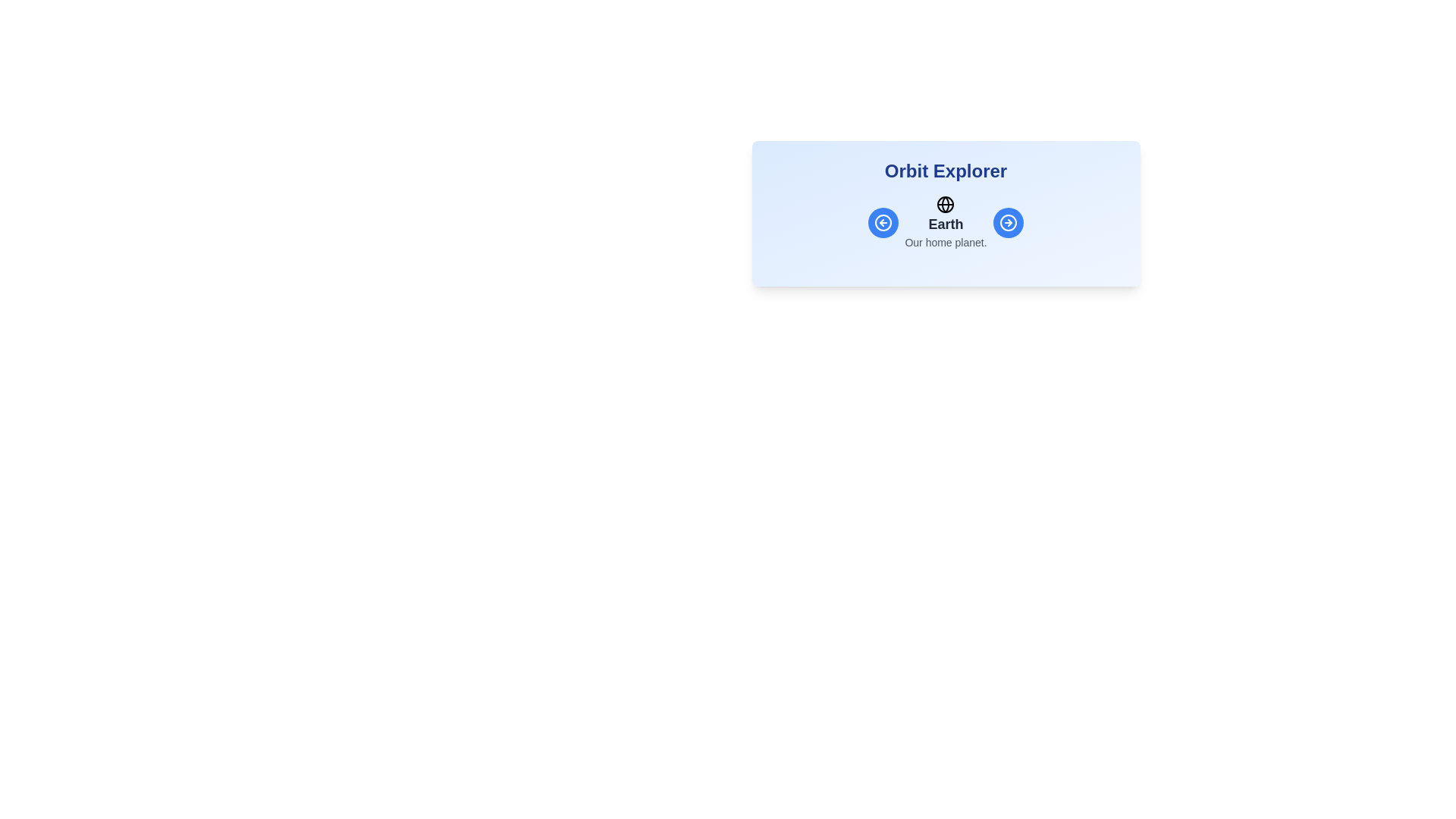 Image resolution: width=1456 pixels, height=819 pixels. What do you see at coordinates (883, 222) in the screenshot?
I see `the leftmost graphic icon of the backward navigation button, which is part of the header UI block` at bounding box center [883, 222].